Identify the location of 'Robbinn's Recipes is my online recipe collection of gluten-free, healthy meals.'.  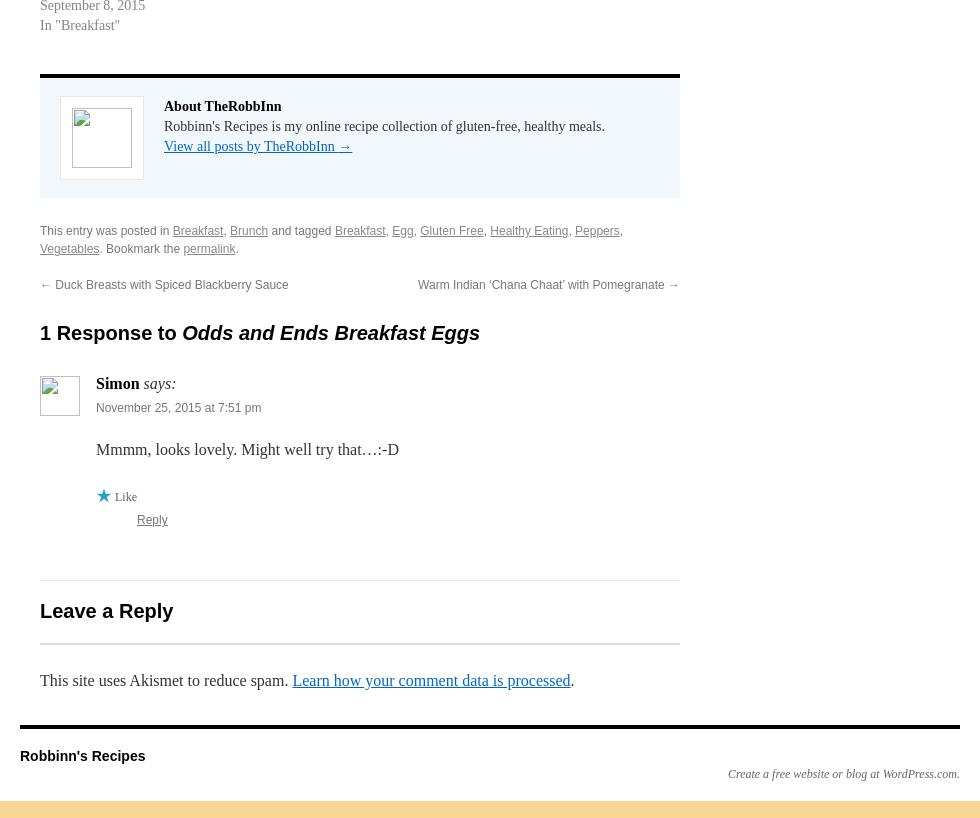
(384, 126).